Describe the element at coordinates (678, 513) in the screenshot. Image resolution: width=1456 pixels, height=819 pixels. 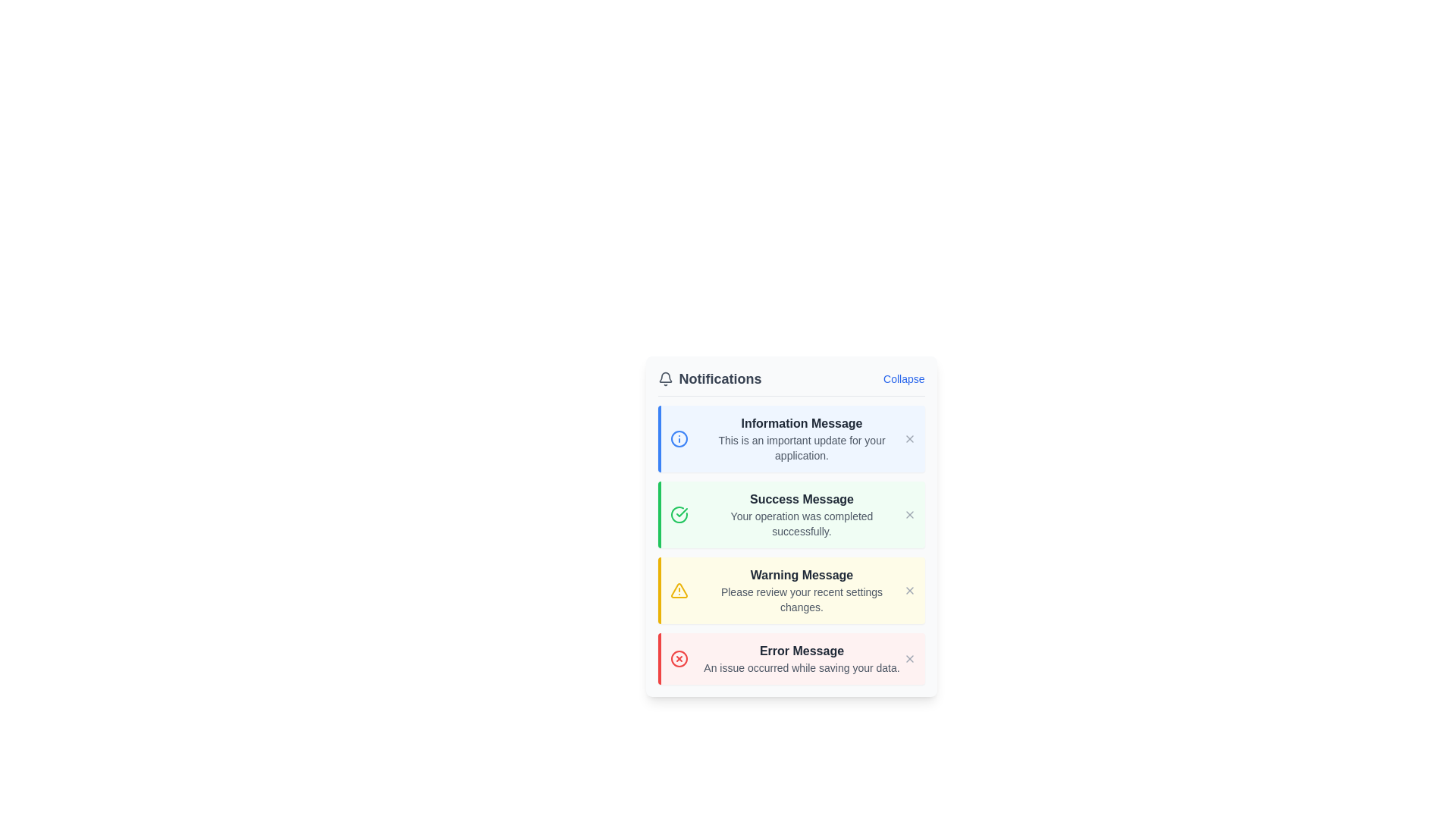
I see `the circular success icon with a green border and checkmark inside, located in the 'Success Message' notification box` at that location.